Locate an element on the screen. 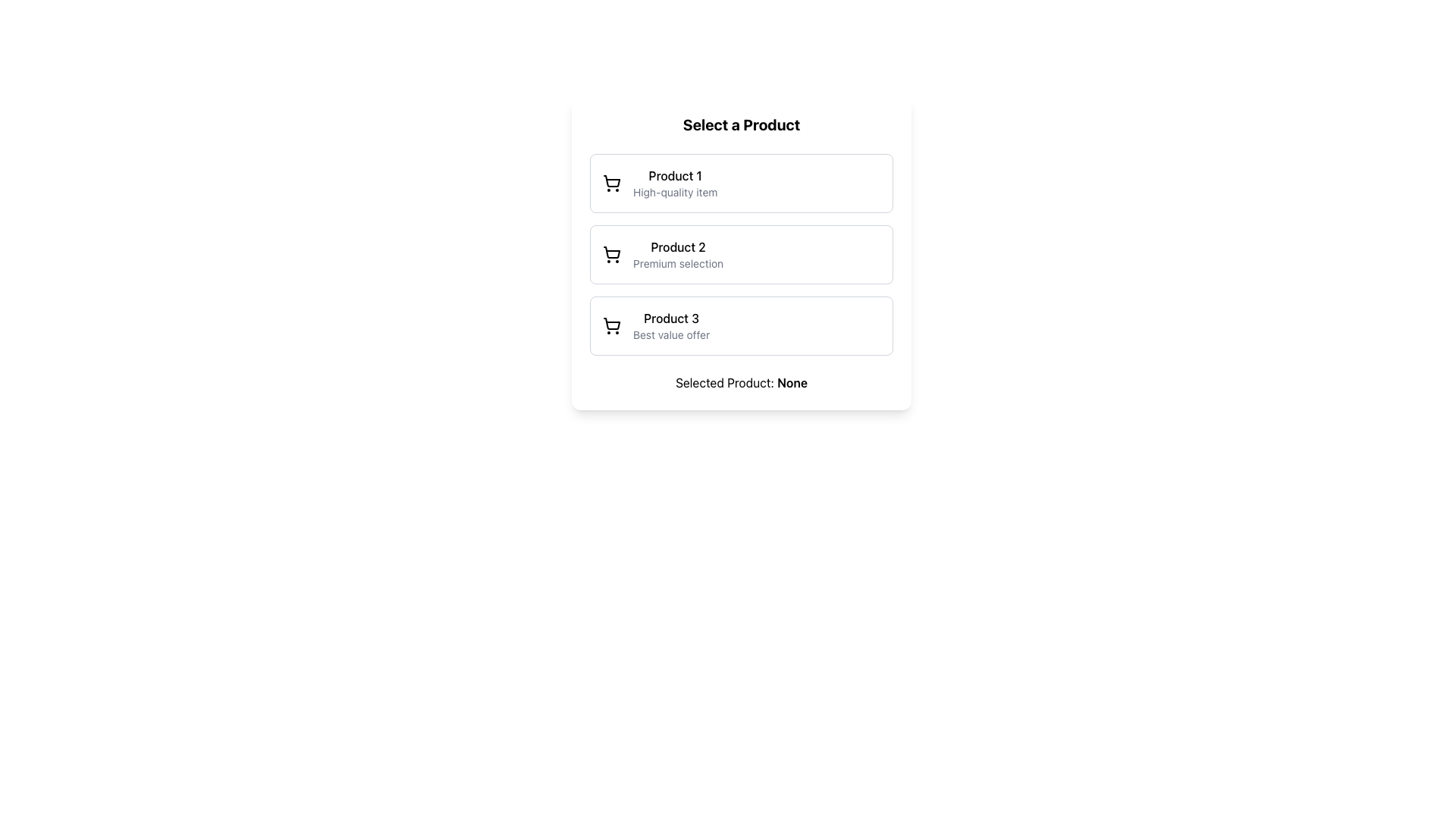 This screenshot has width=1456, height=819. the text label located beneath the title 'Product 2' in the second section of the card layout, which emphasizes the premium quality of the associated product is located at coordinates (677, 262).